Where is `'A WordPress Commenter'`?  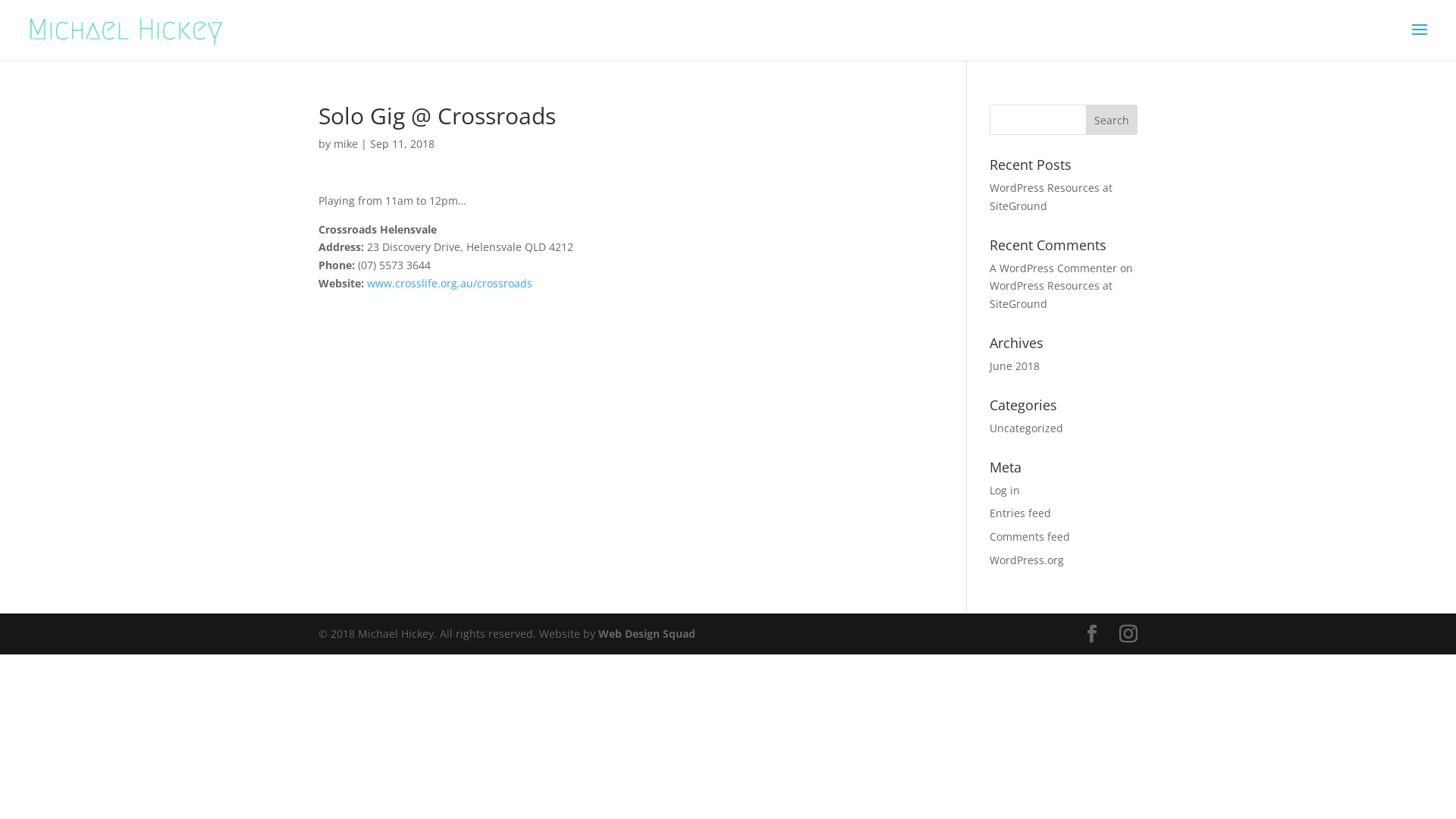 'A WordPress Commenter' is located at coordinates (1052, 267).